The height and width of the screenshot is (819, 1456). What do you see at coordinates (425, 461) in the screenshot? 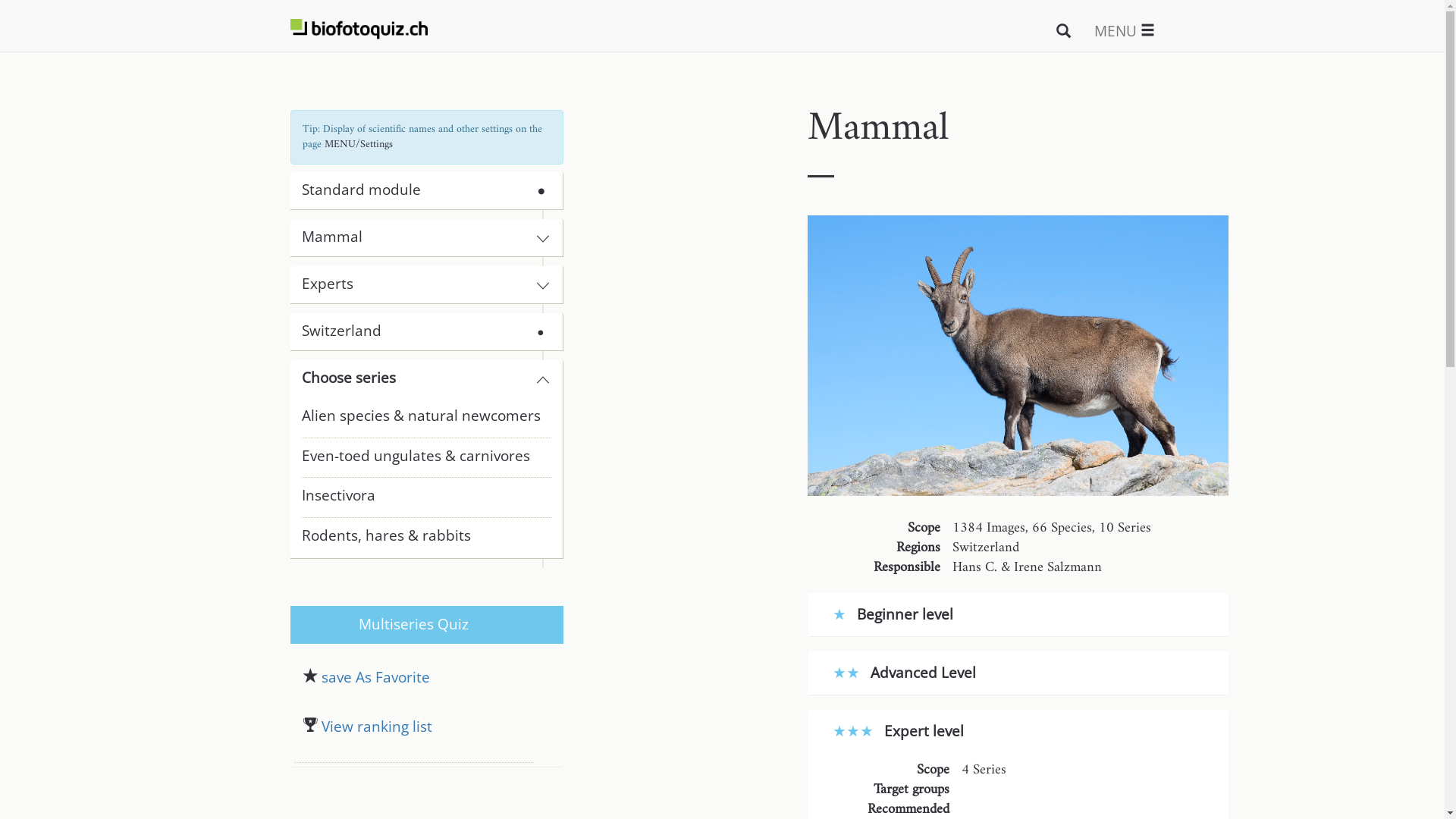
I see `'Even-toed ungulates & carnivores'` at bounding box center [425, 461].